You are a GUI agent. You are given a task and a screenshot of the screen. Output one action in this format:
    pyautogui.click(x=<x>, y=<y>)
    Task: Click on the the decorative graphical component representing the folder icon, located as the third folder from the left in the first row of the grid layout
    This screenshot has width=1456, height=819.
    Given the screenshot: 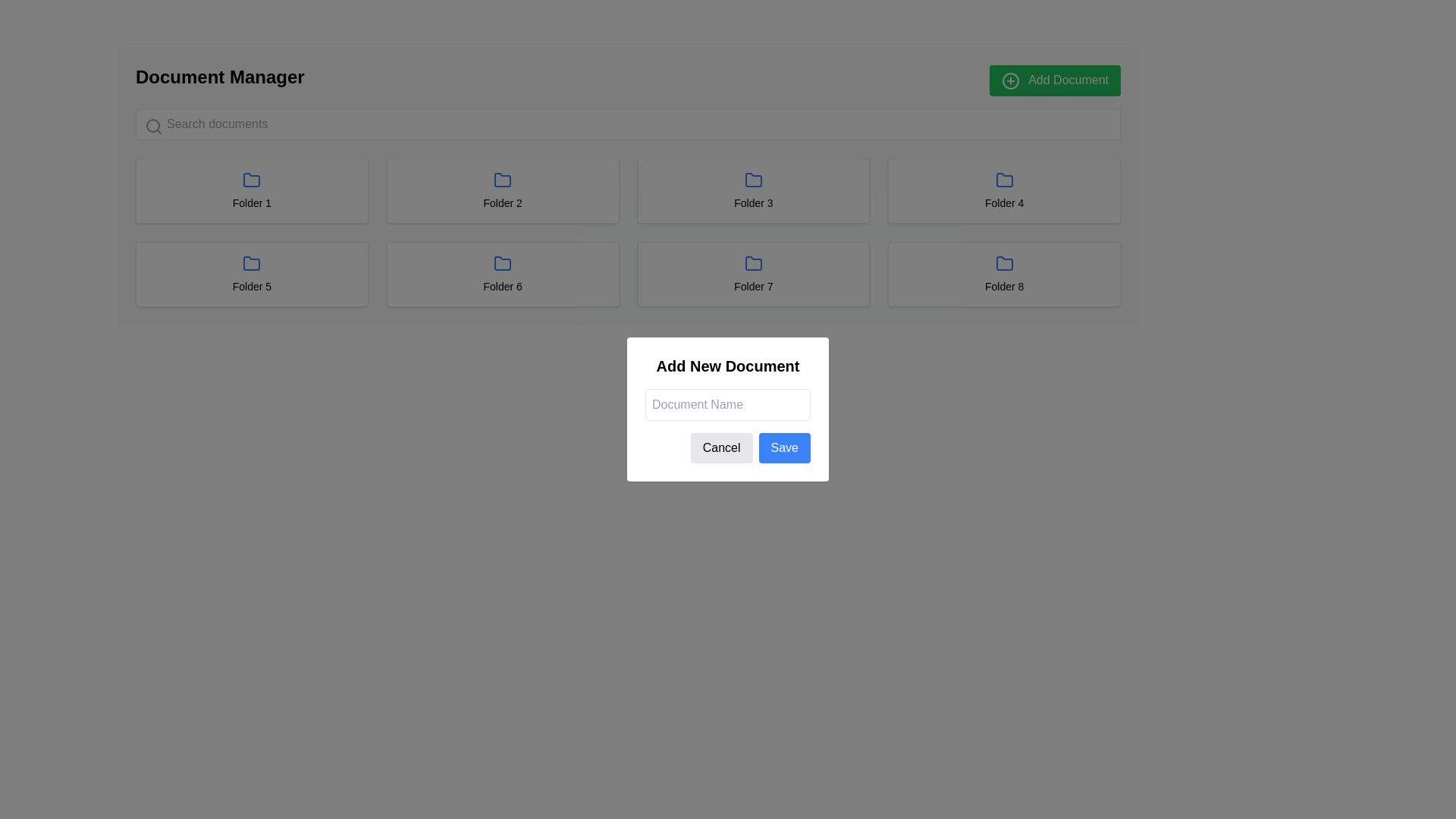 What is the action you would take?
    pyautogui.click(x=753, y=179)
    